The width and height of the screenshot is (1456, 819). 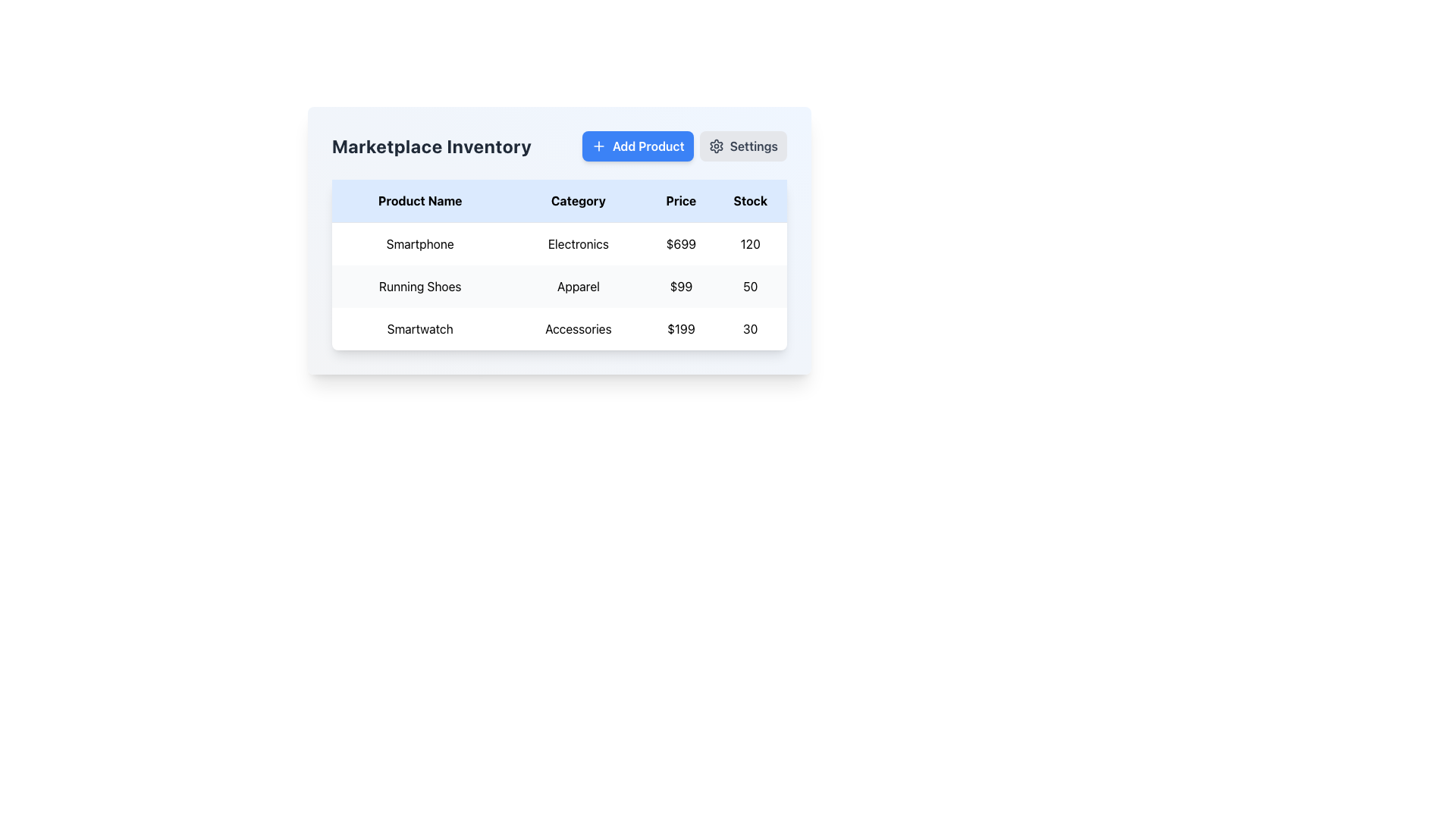 What do you see at coordinates (648, 146) in the screenshot?
I see `text label that says 'Add Product', which is styled in white on a medium blue button, located in the upper area of the interface` at bounding box center [648, 146].